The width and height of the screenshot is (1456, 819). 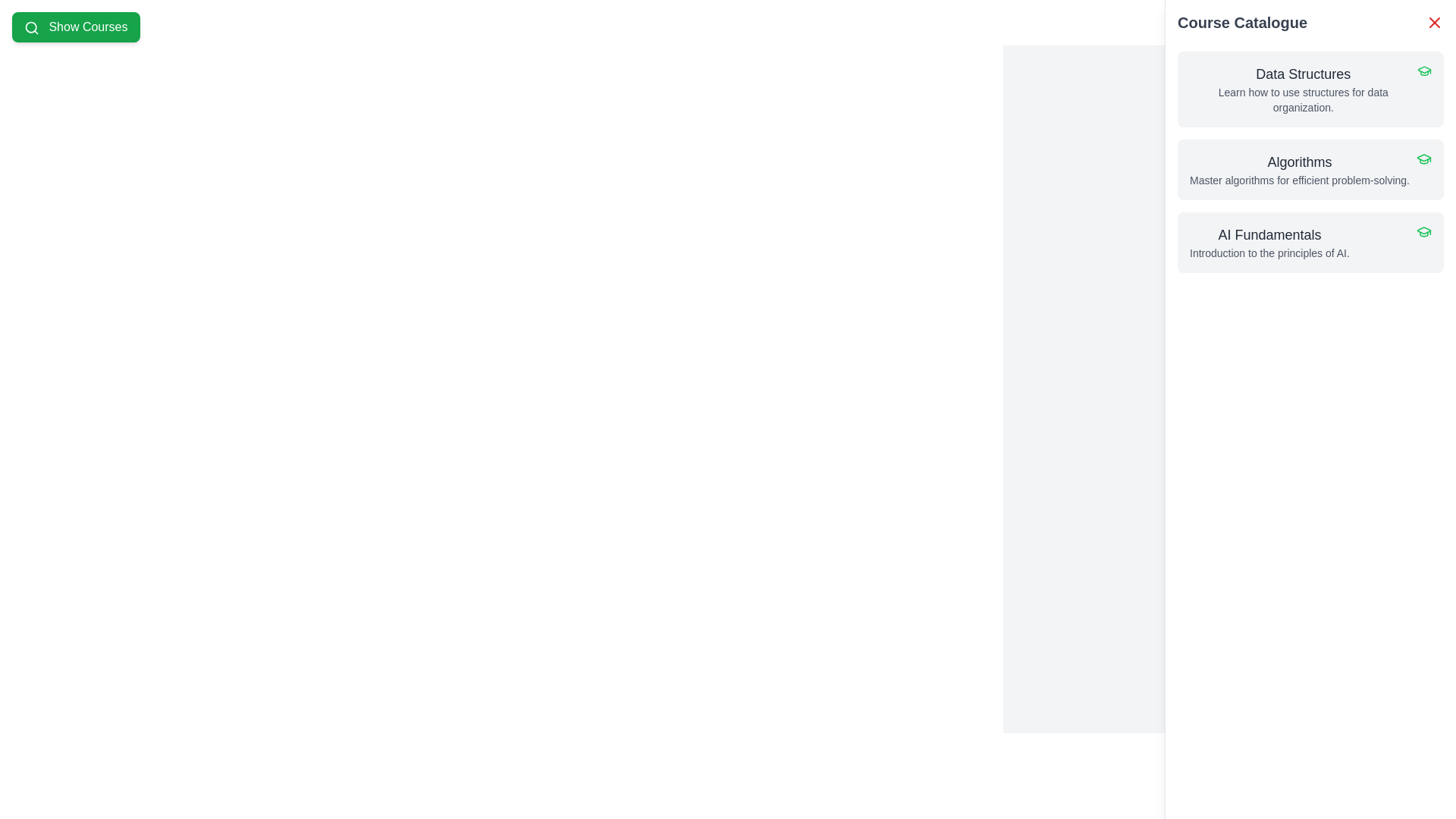 I want to click on the search icon located to the left of the 'Show Courses' button, which indicates the search functionality, so click(x=32, y=27).